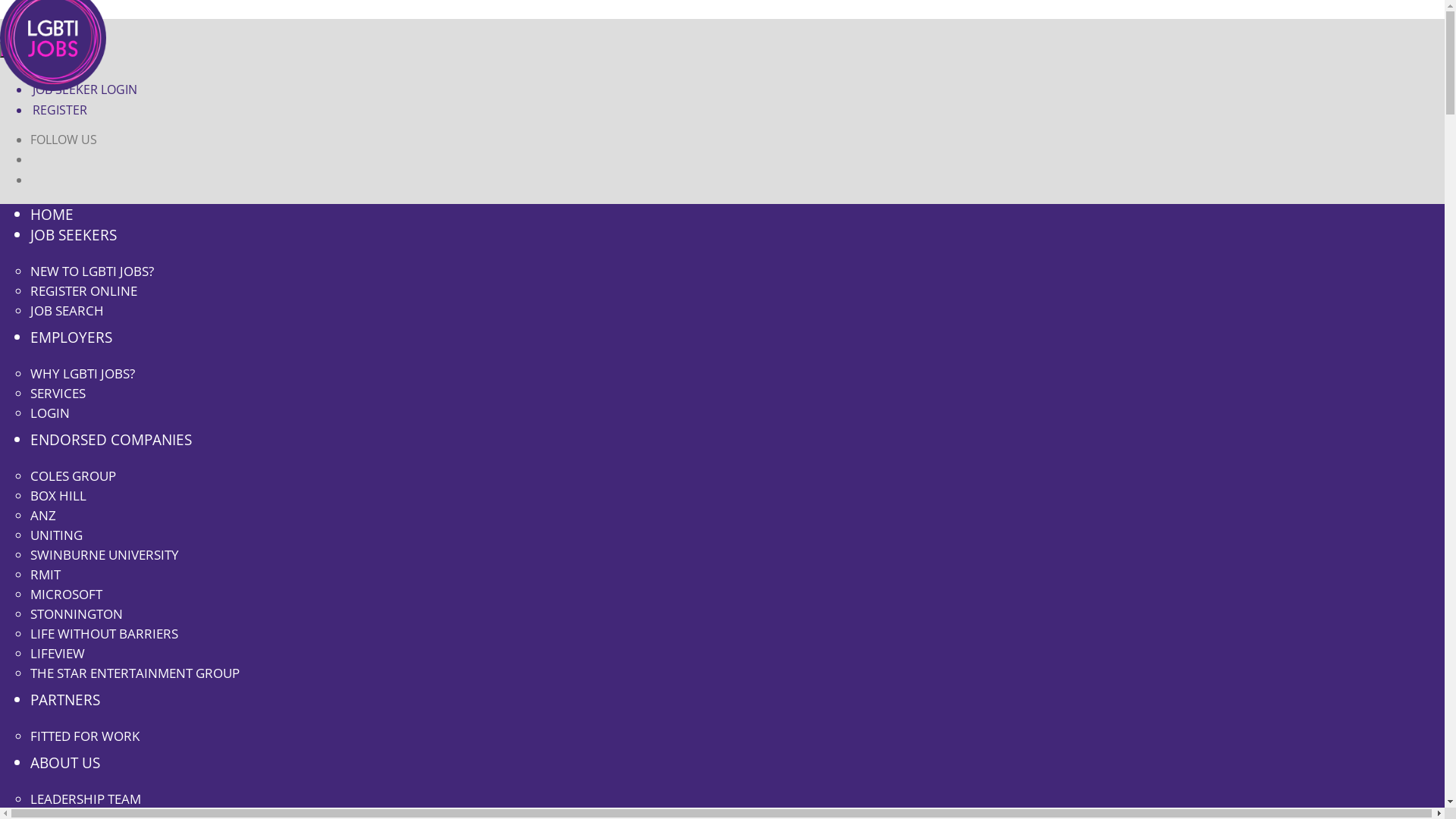  Describe the element at coordinates (64, 762) in the screenshot. I see `'ABOUT US'` at that location.